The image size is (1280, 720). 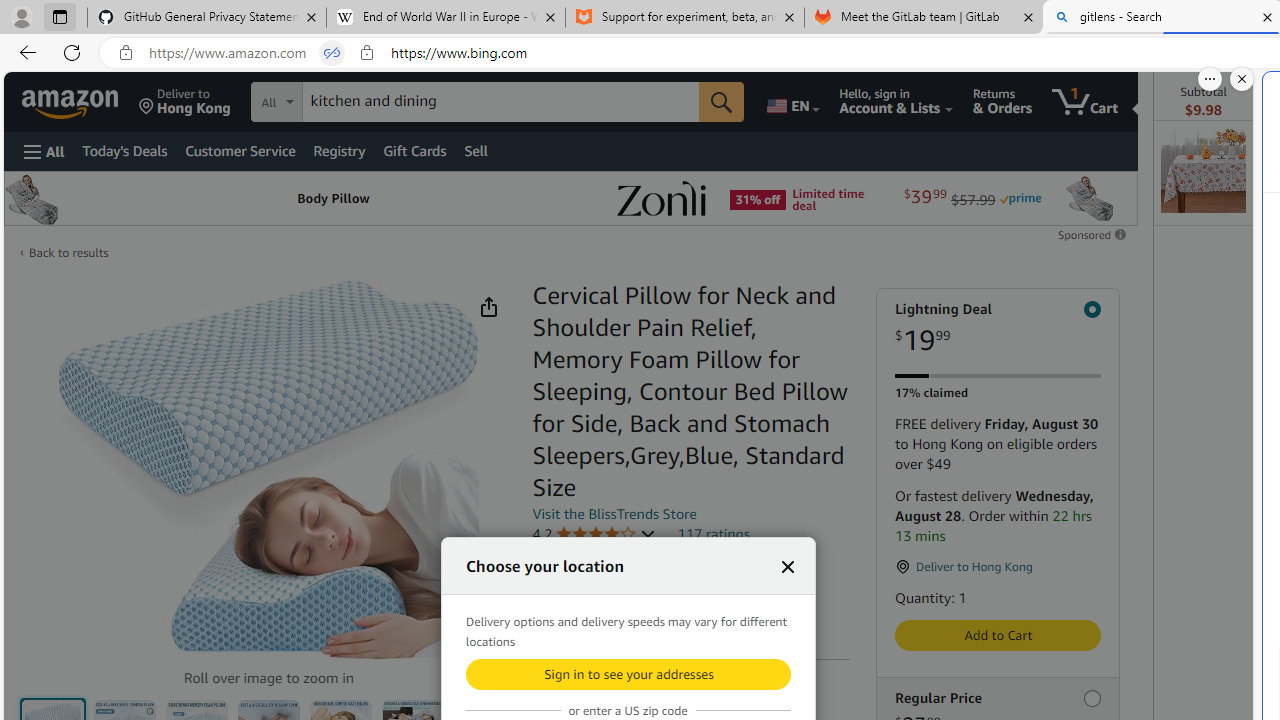 What do you see at coordinates (713, 532) in the screenshot?
I see `'117 ratings'` at bounding box center [713, 532].